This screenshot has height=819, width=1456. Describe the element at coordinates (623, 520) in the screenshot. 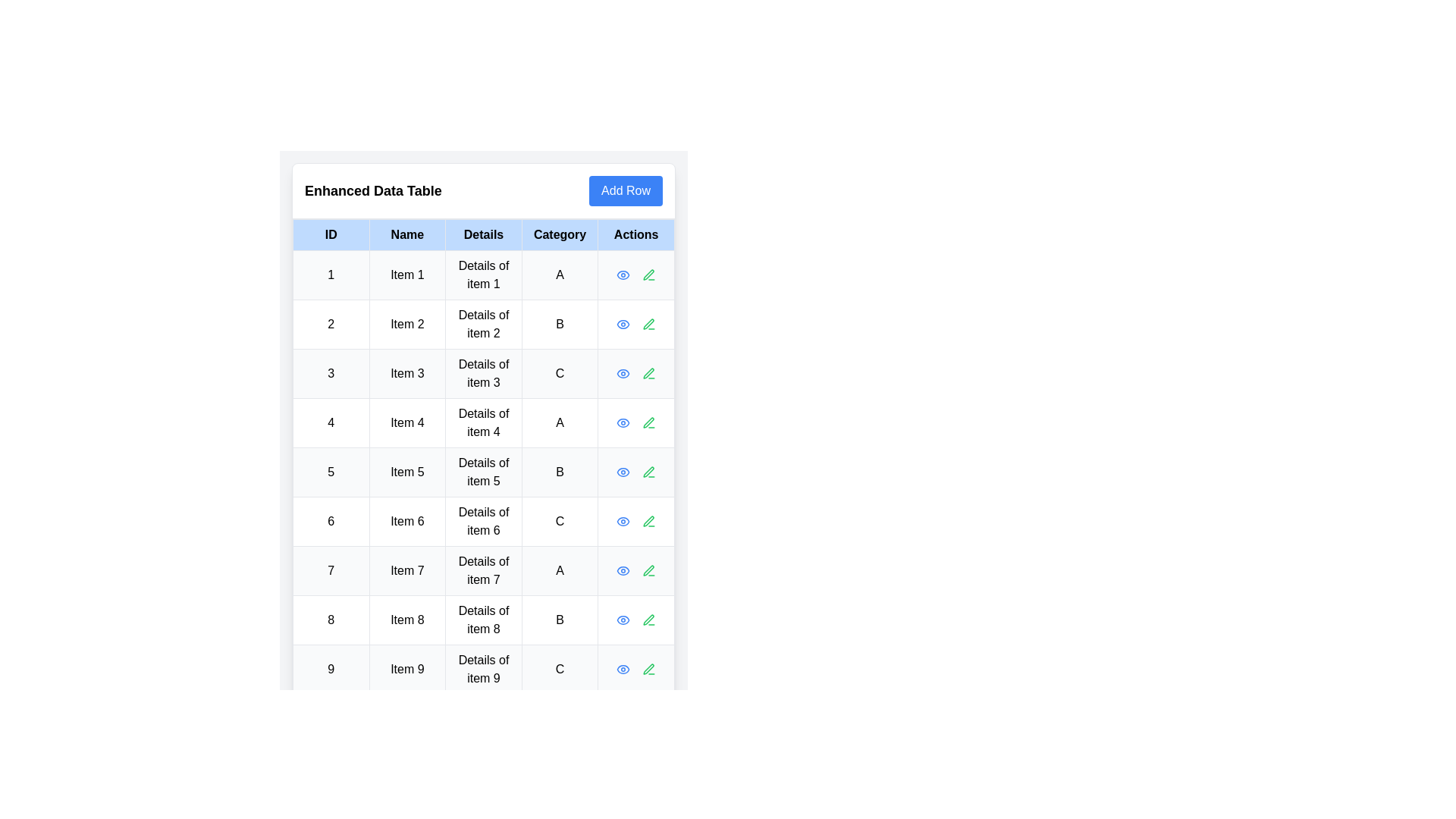

I see `the blue eye-shaped icon located in the 'Actions' column of the table for 'Item 6'` at that location.